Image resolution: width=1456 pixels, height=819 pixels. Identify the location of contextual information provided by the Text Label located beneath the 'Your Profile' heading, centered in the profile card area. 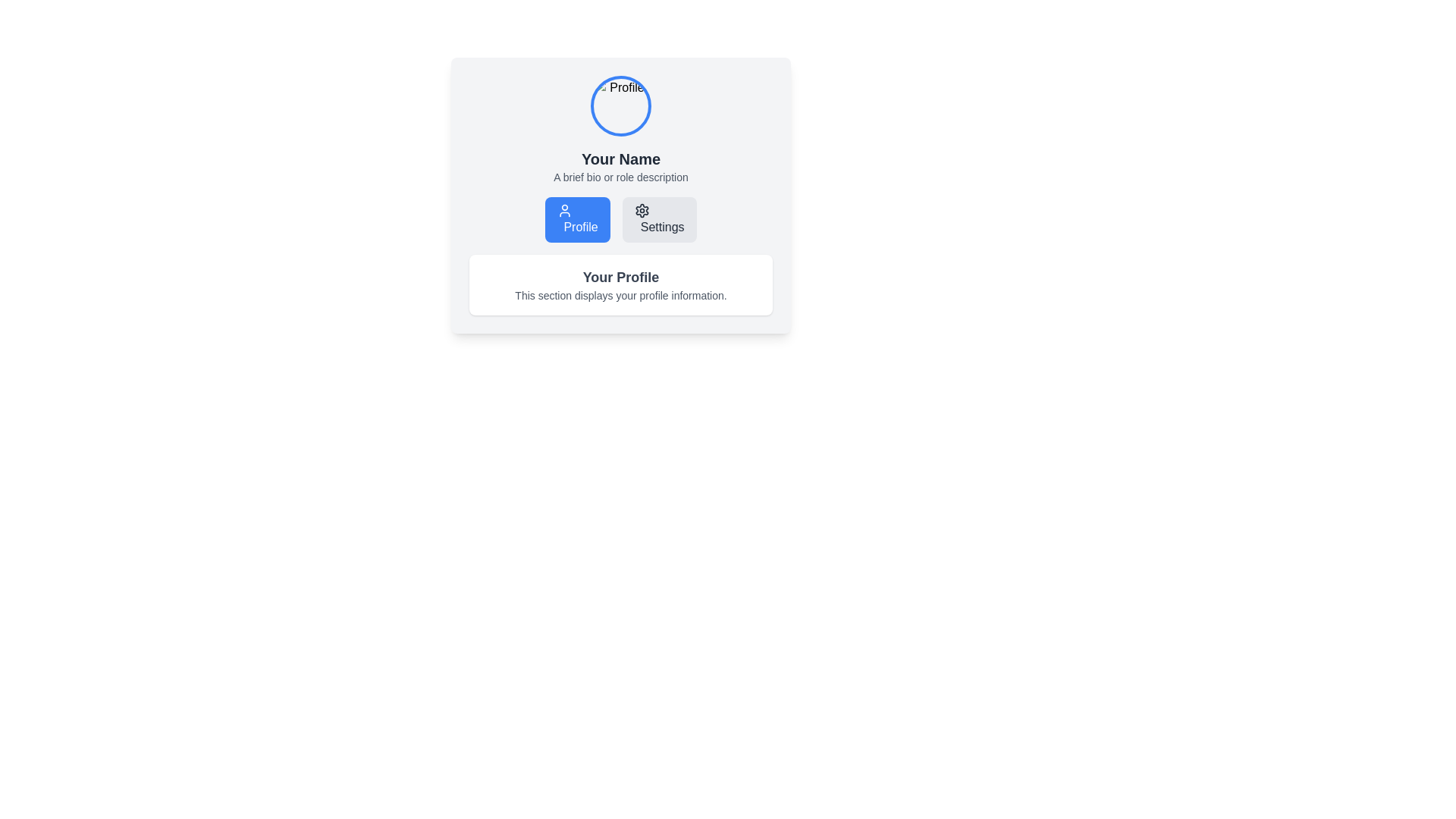
(621, 295).